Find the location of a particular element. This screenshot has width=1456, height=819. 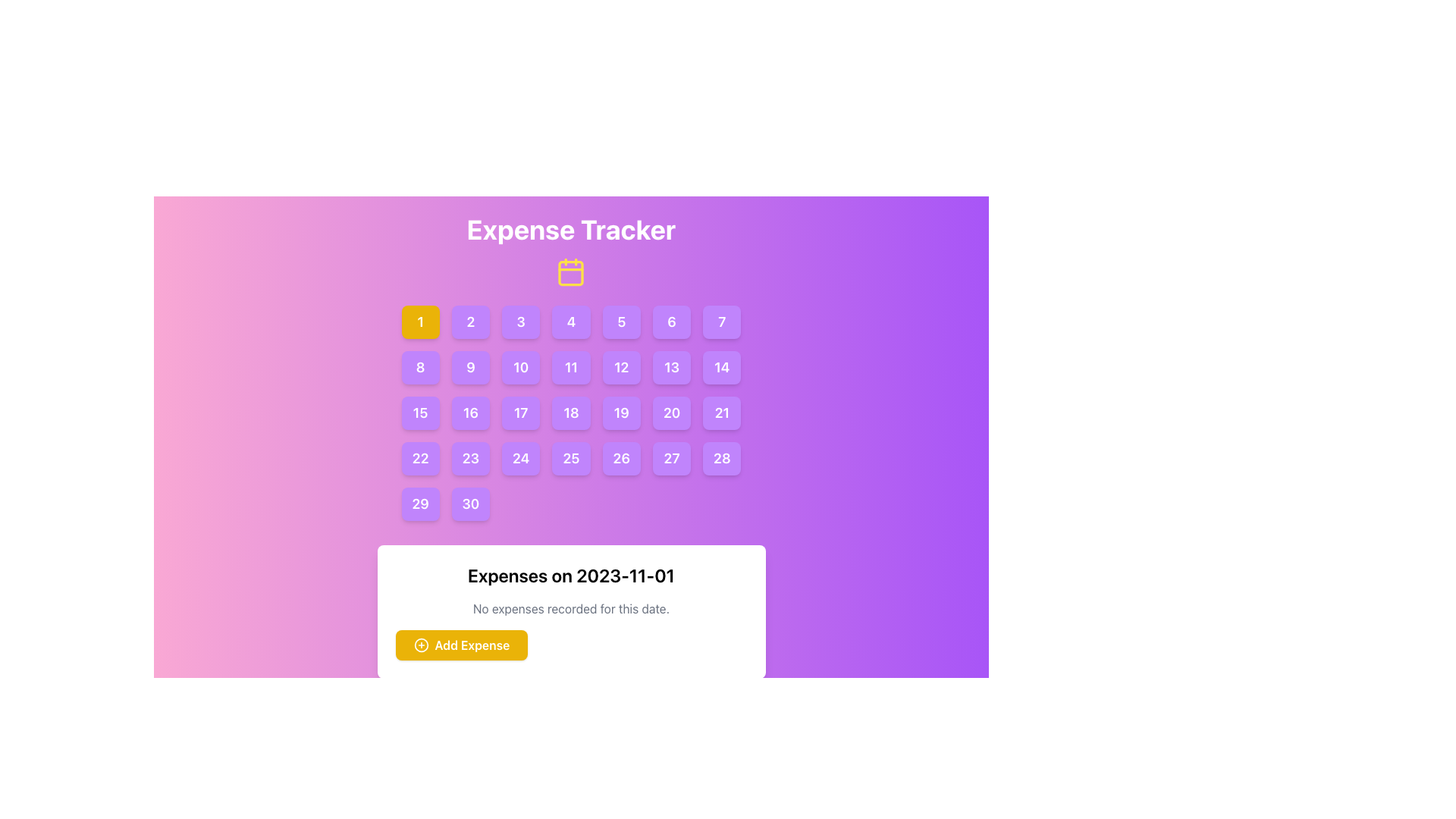

the calendar date button for the 12th day of the displayed month located in the second row, fifth column of the calendar interface is located at coordinates (621, 368).